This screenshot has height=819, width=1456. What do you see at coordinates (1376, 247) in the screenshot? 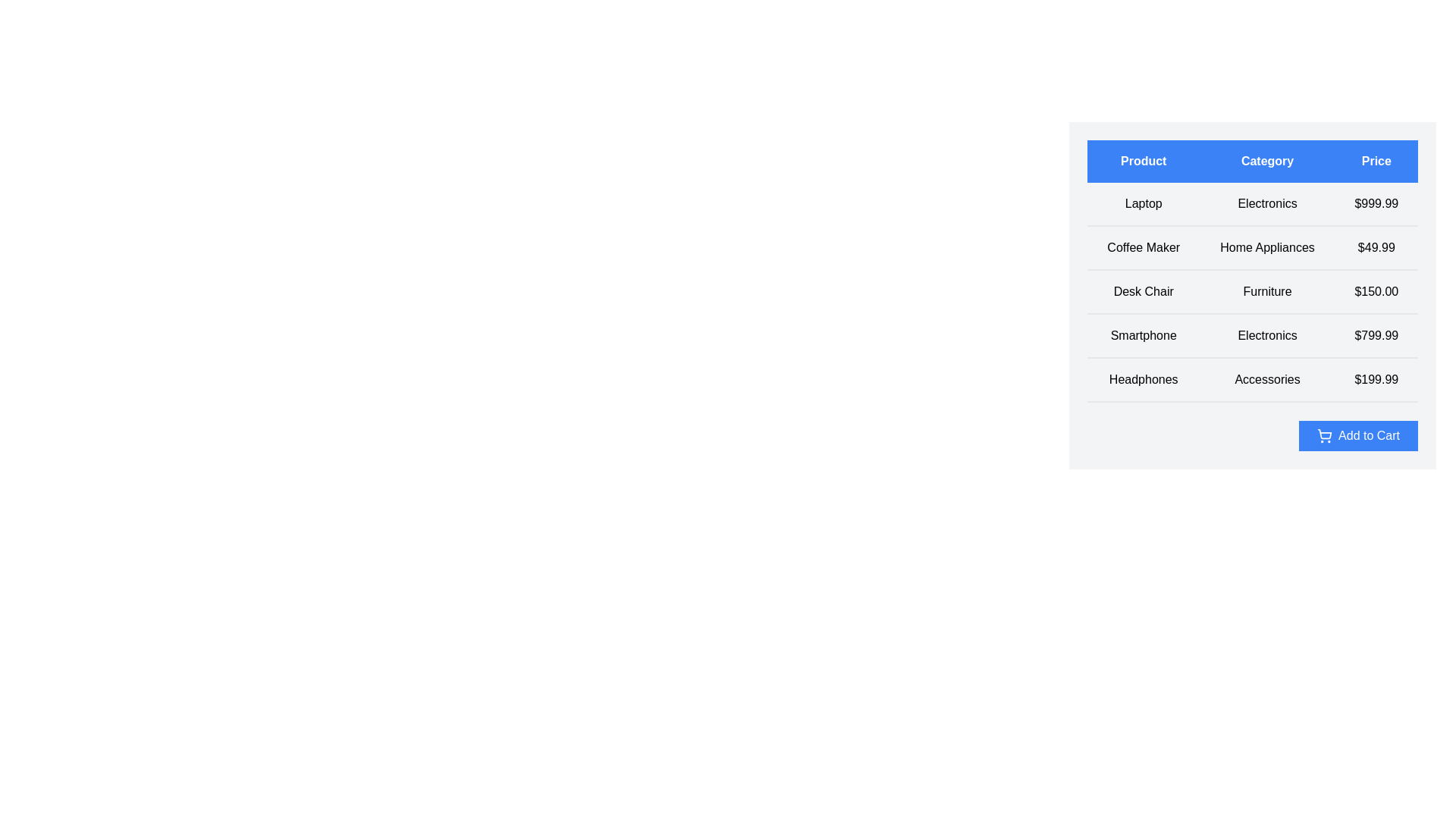
I see `the text label displaying the price '$49.99' in the 'Price' column of the table for the 'Coffee Maker' product` at bounding box center [1376, 247].